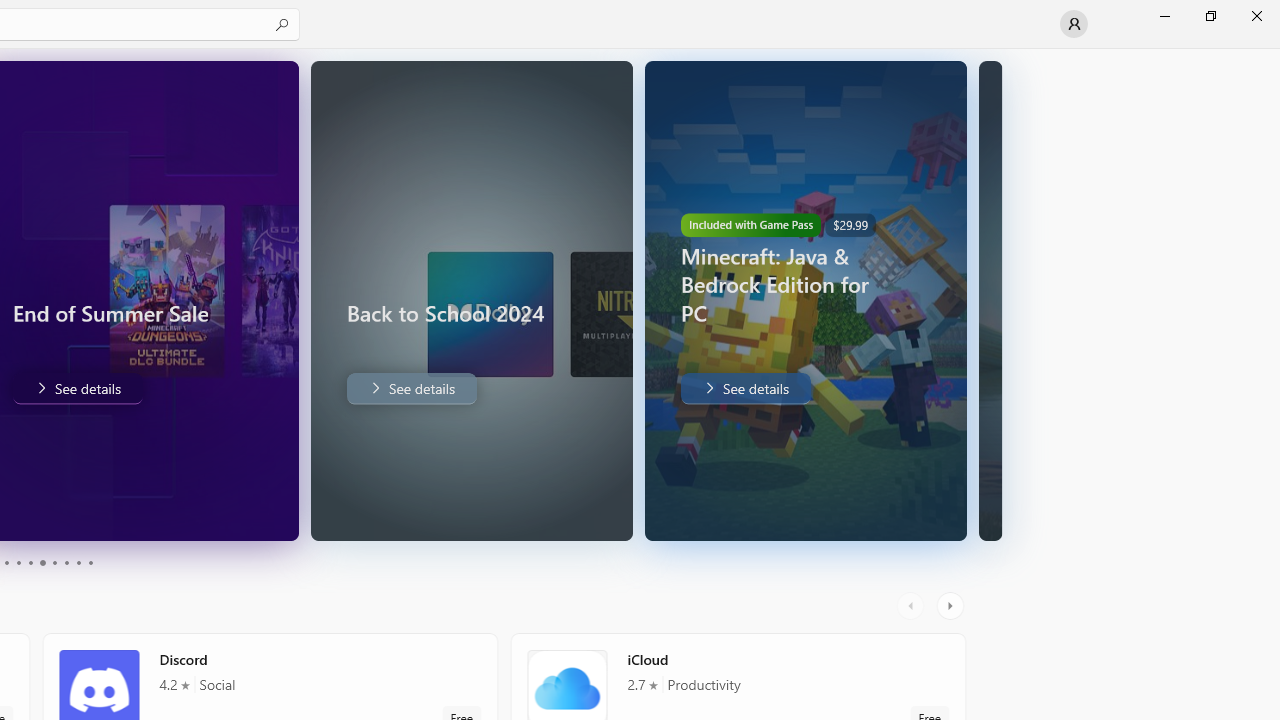  Describe the element at coordinates (1255, 15) in the screenshot. I see `'Close Microsoft Store'` at that location.